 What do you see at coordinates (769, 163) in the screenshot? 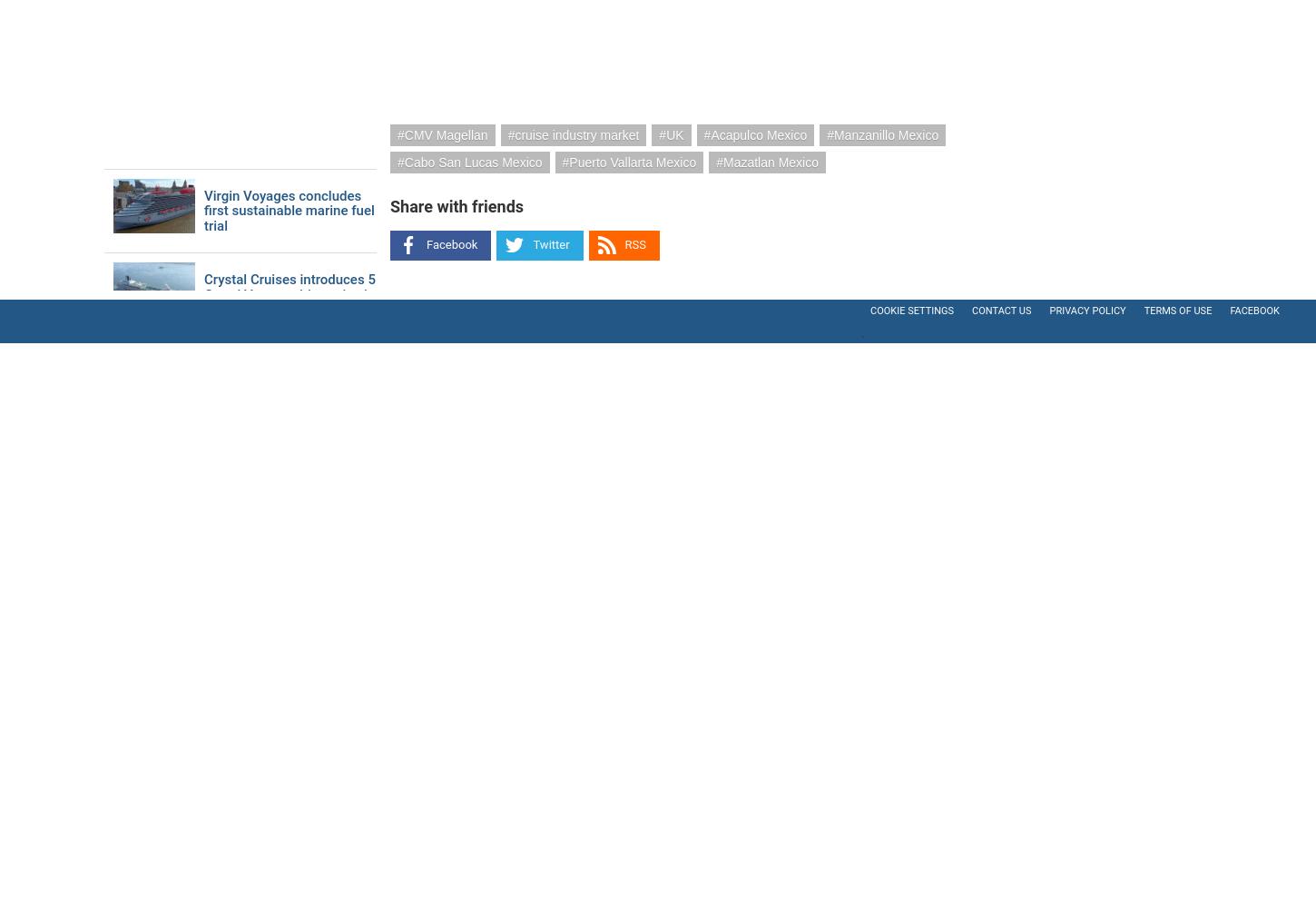
I see `'Mazatlan Mexico'` at bounding box center [769, 163].